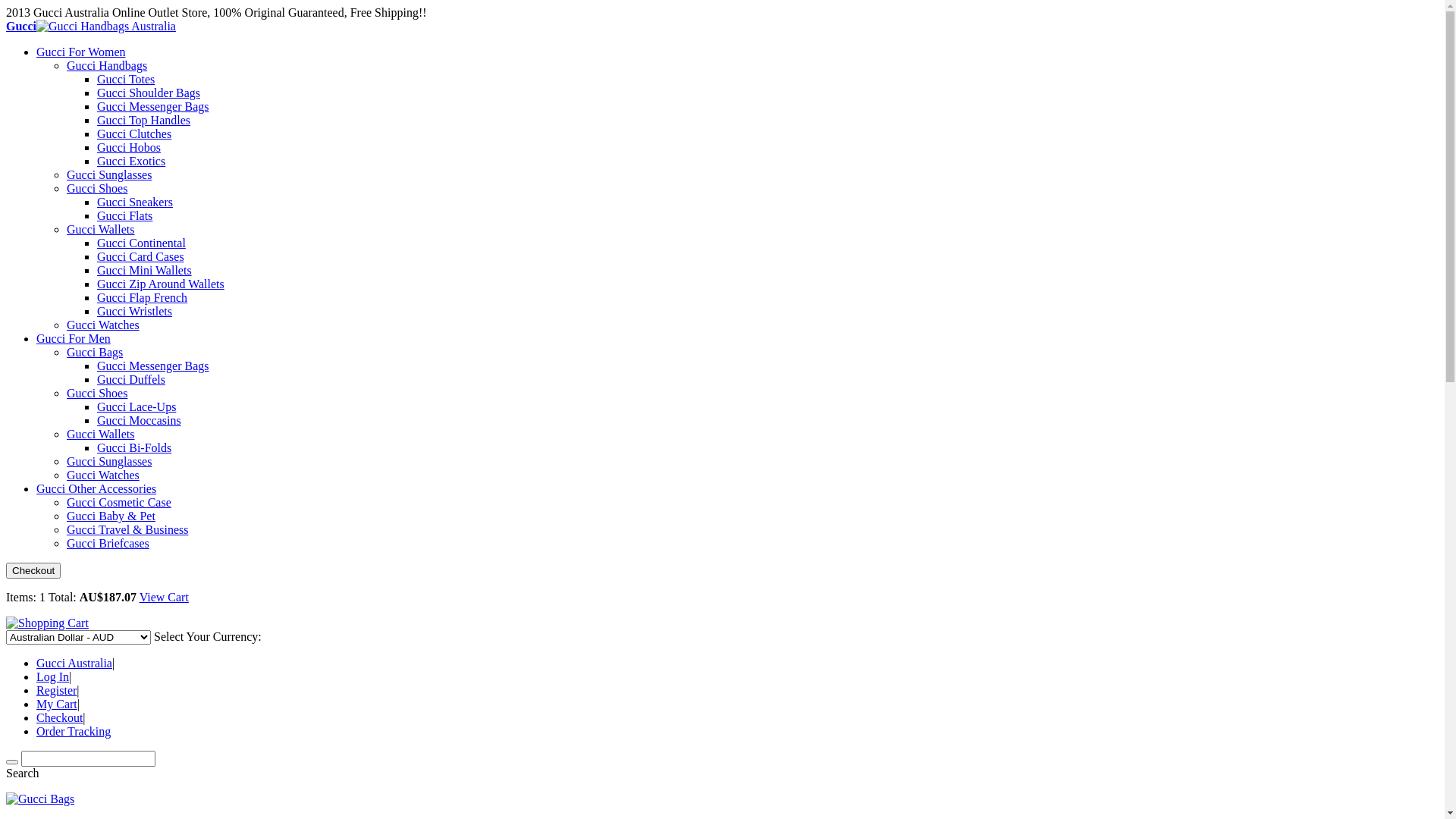  I want to click on 'Gucci Cosmetic Case', so click(118, 502).